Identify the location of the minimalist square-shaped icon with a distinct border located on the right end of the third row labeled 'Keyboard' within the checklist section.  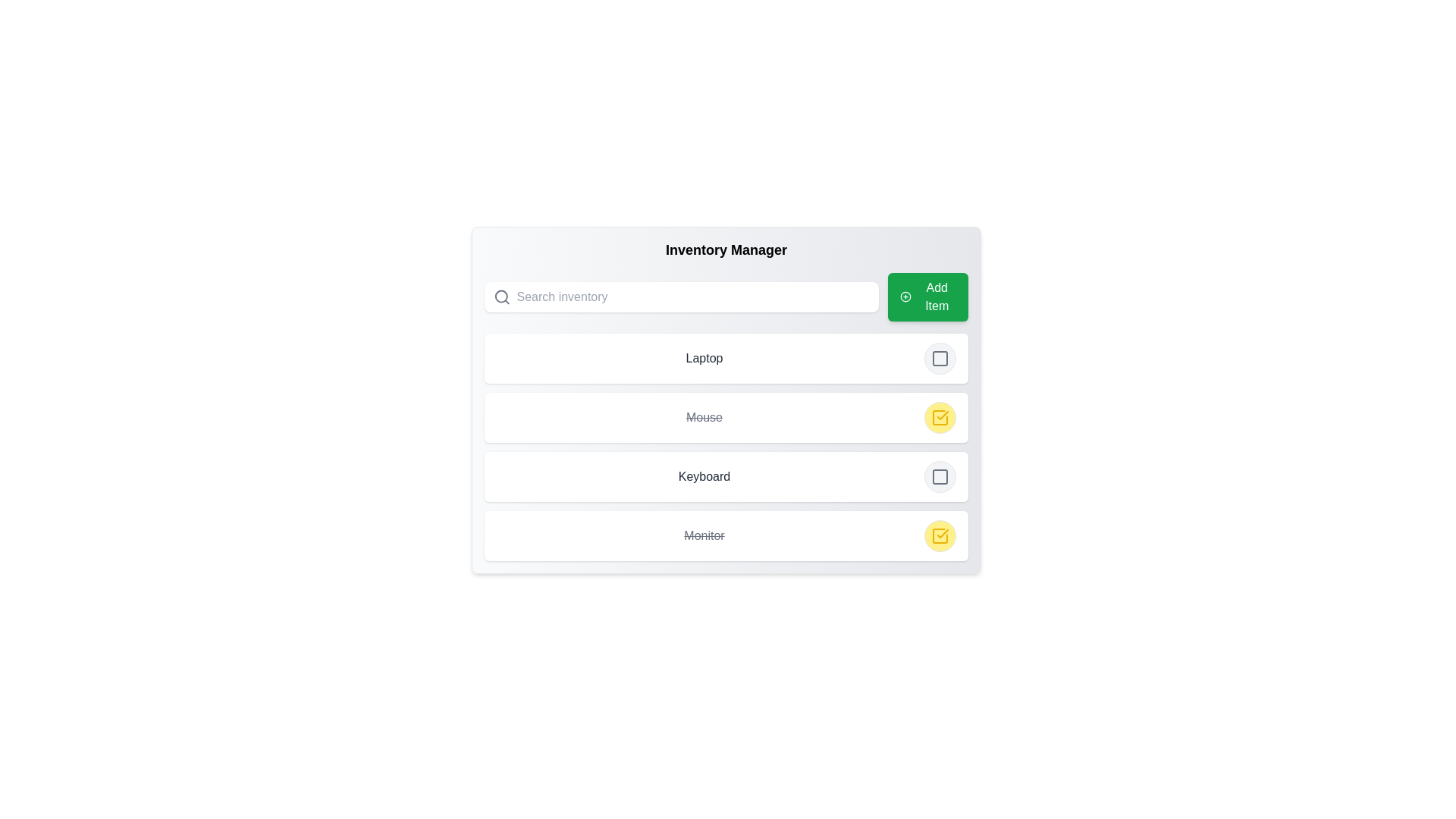
(939, 475).